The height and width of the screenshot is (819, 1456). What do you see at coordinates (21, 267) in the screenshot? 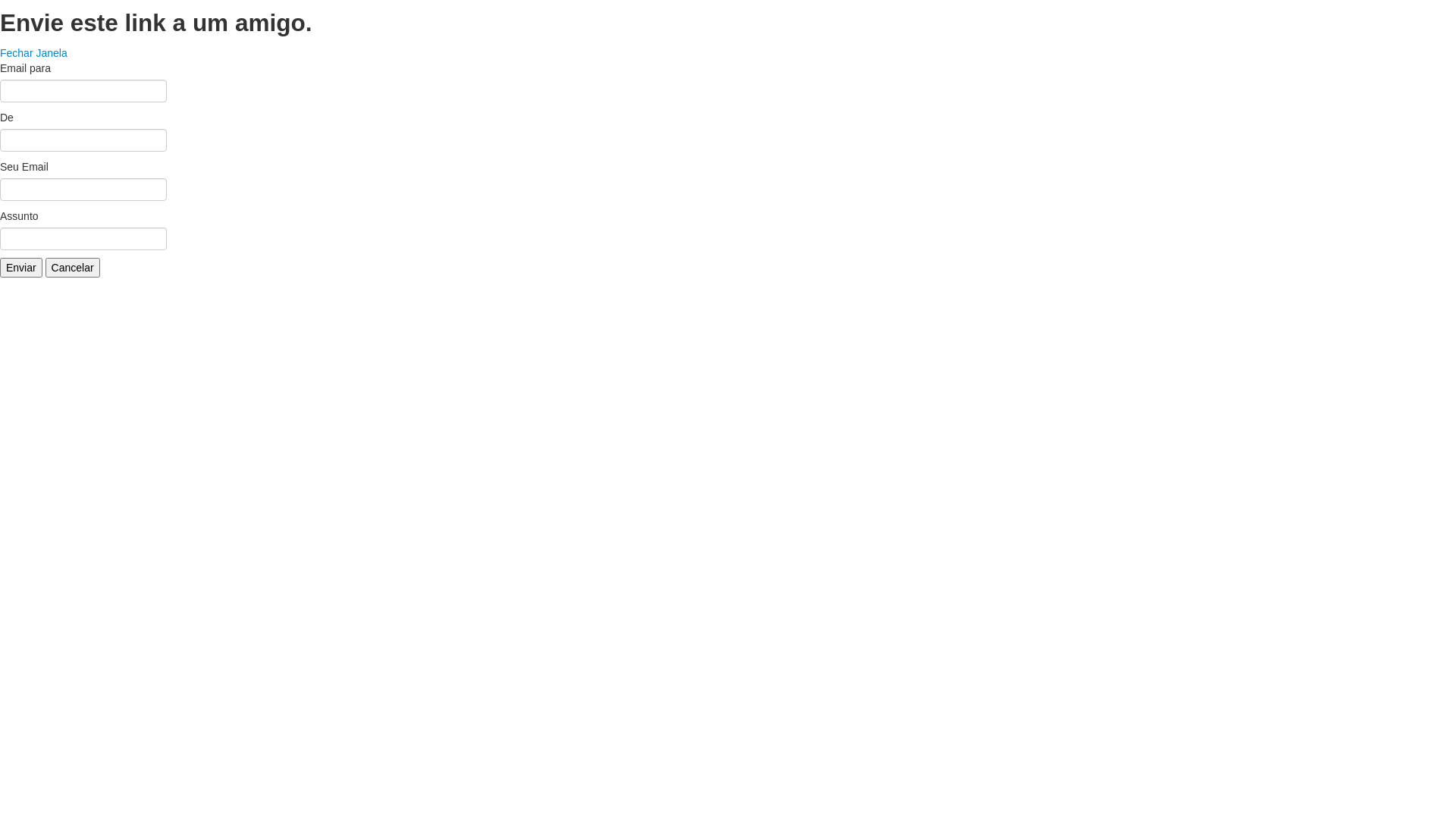
I see `'Enviar'` at bounding box center [21, 267].